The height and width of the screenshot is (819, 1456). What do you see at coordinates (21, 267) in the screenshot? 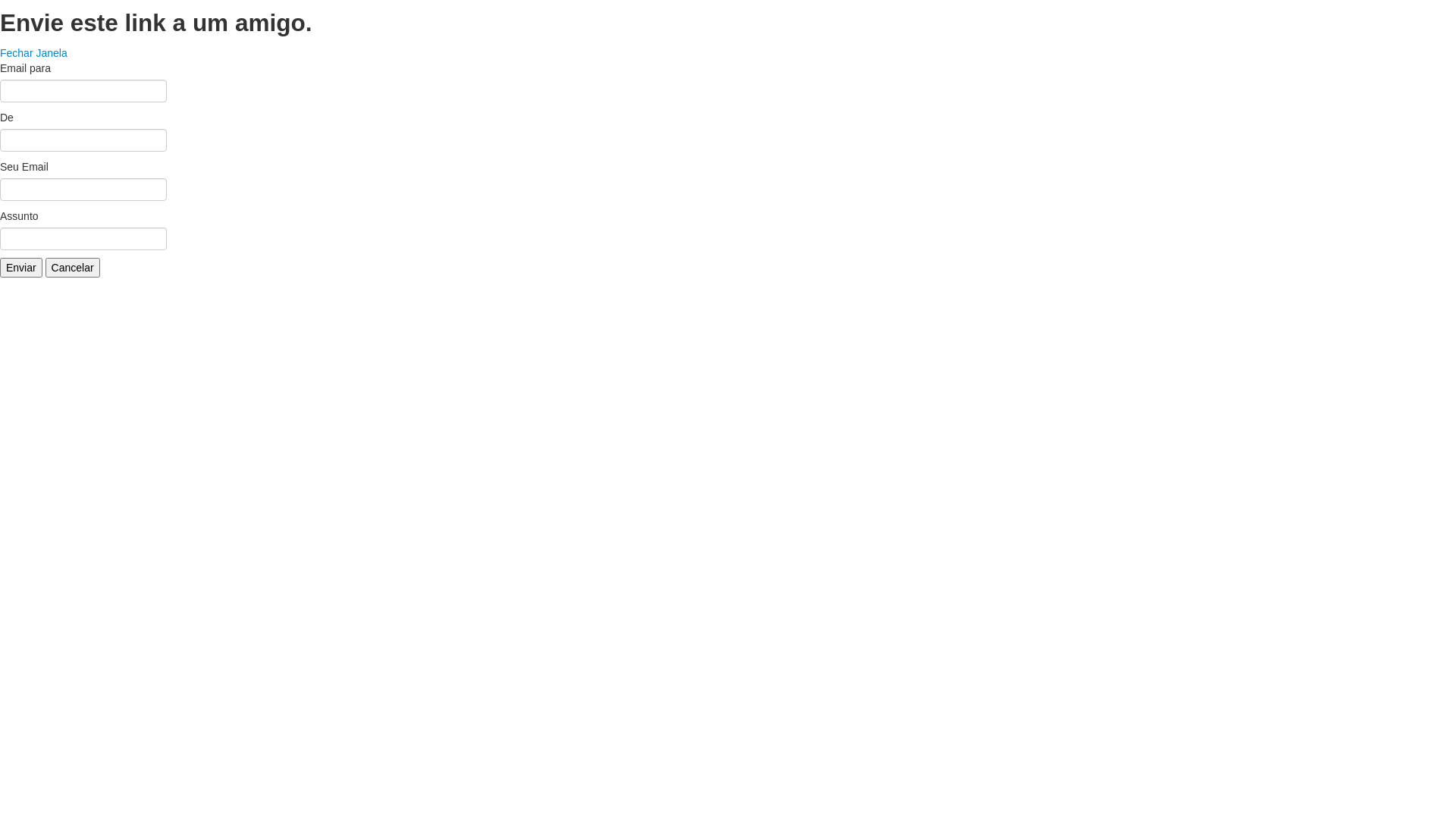
I see `'Enviar'` at bounding box center [21, 267].